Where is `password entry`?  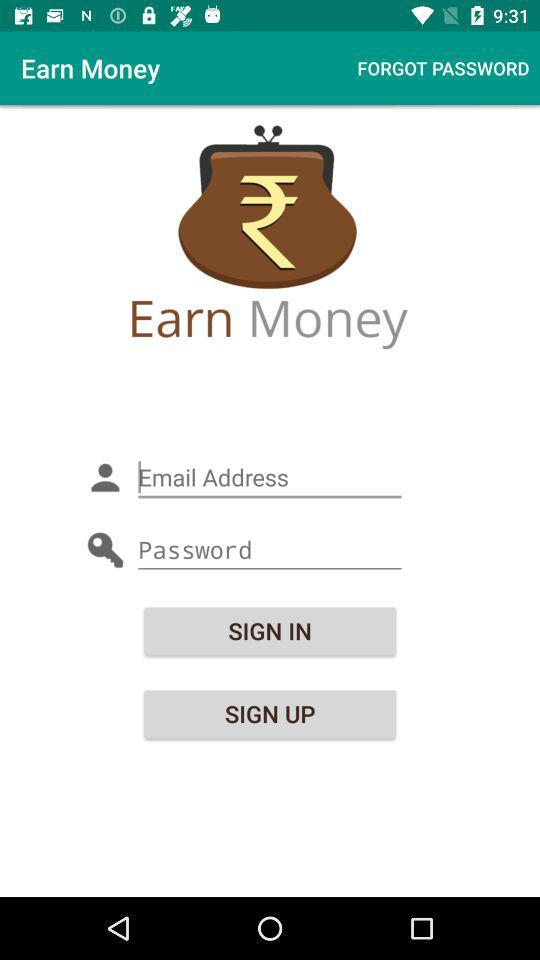
password entry is located at coordinates (270, 550).